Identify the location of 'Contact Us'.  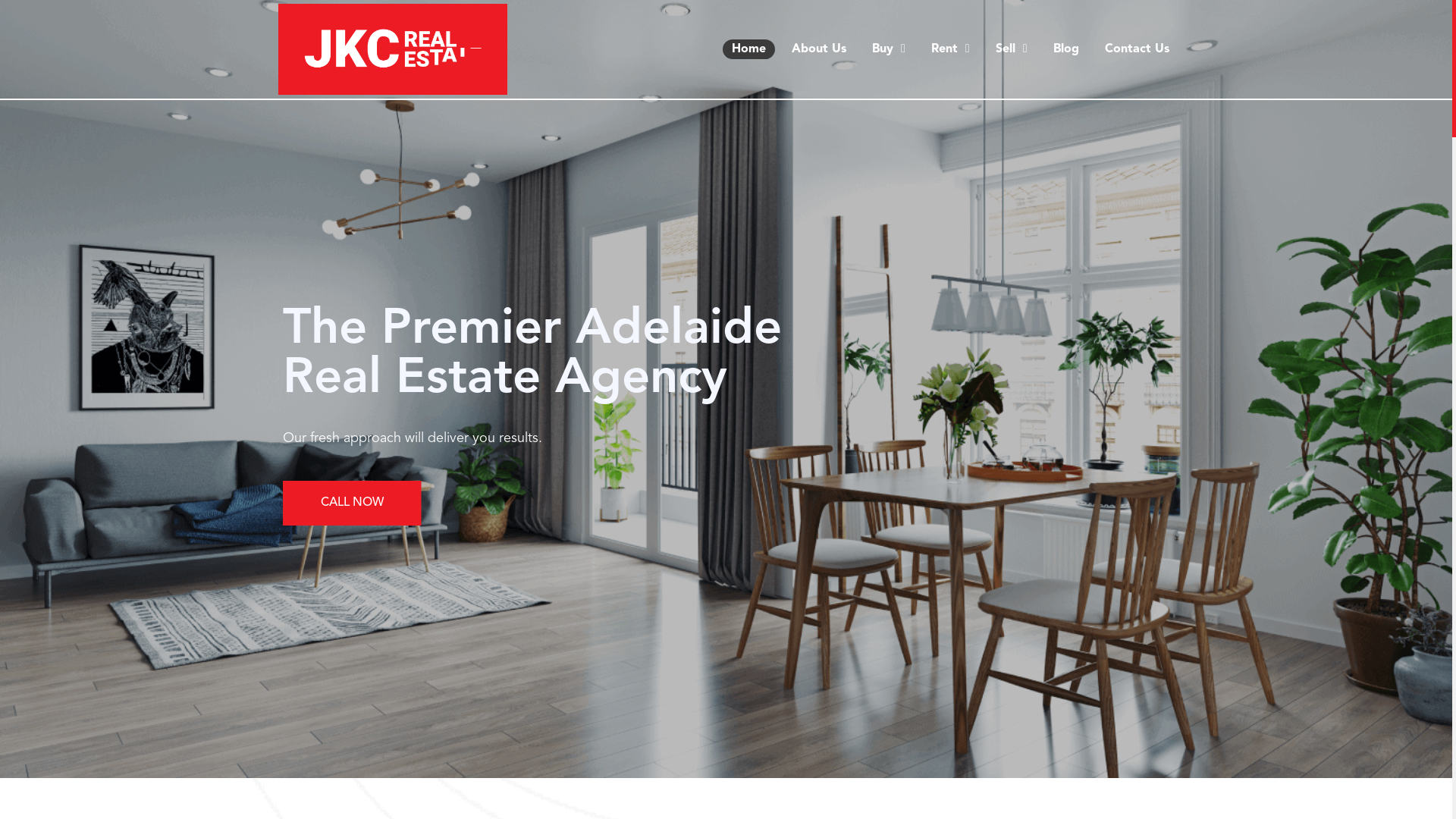
(1137, 49).